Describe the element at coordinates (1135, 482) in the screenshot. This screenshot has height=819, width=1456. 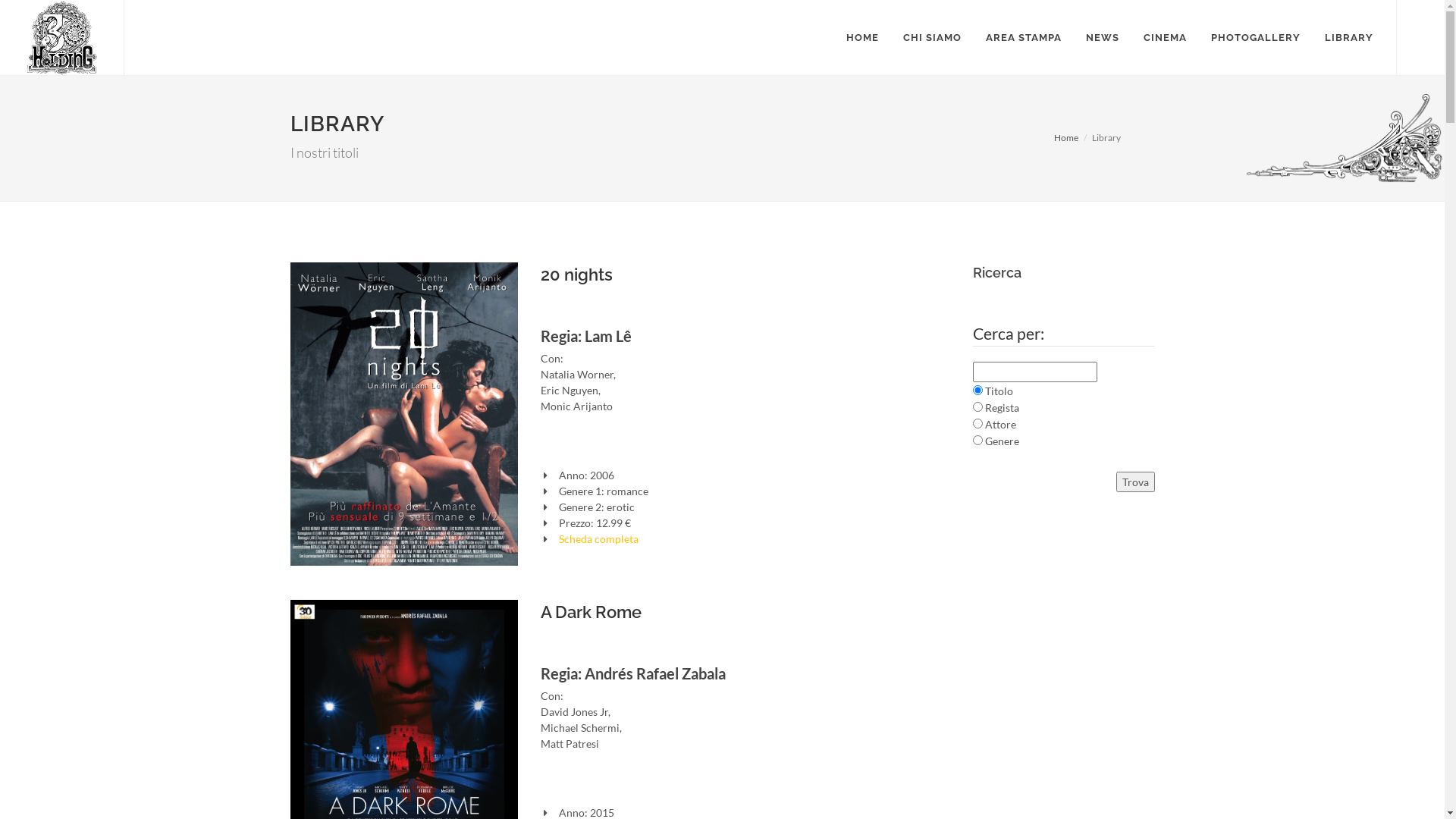
I see `'Trova'` at that location.